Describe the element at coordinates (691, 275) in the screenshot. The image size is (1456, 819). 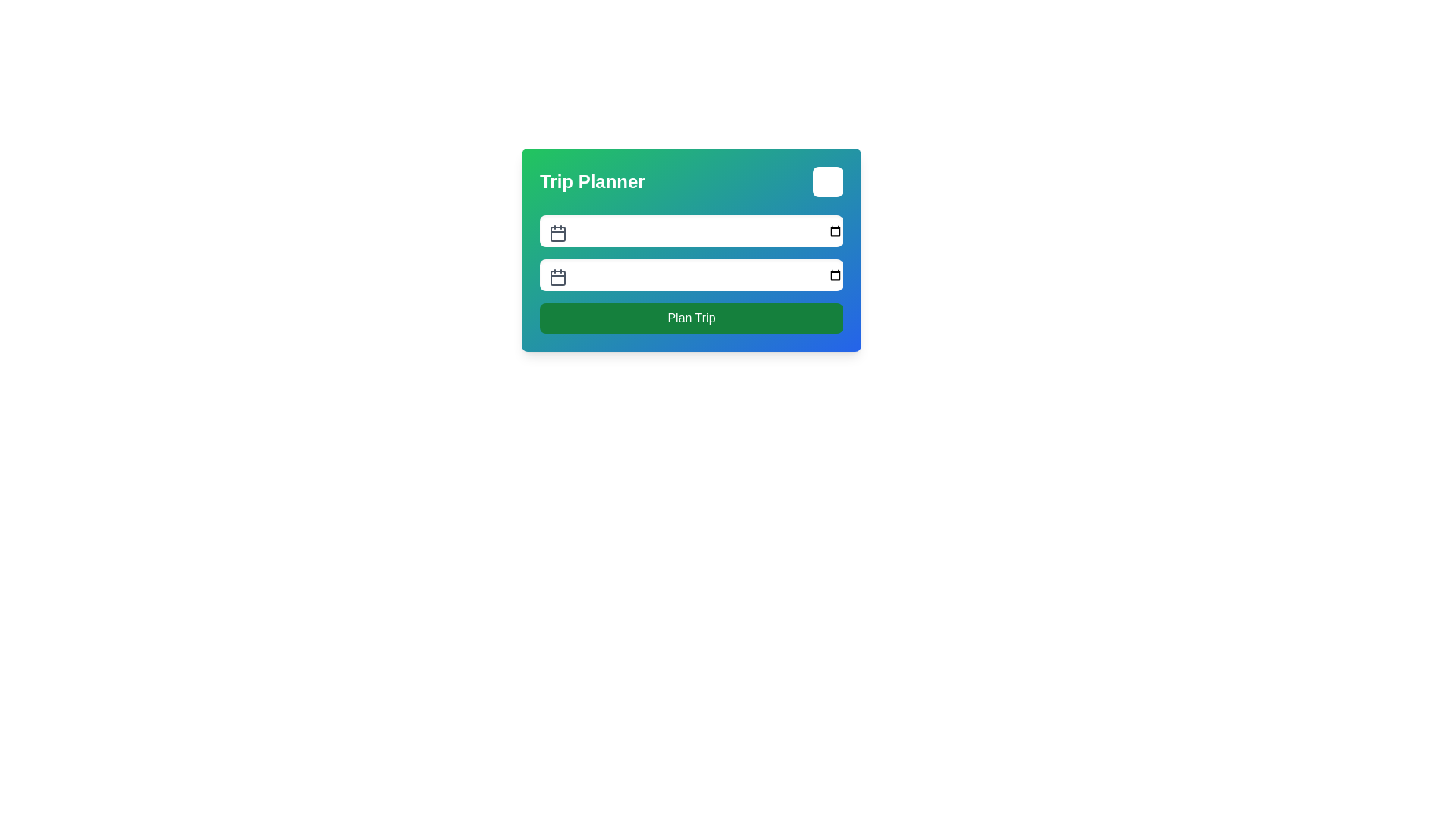
I see `the Date Picker Input field, which is styled with a white background and rounded corners, to input a date` at that location.